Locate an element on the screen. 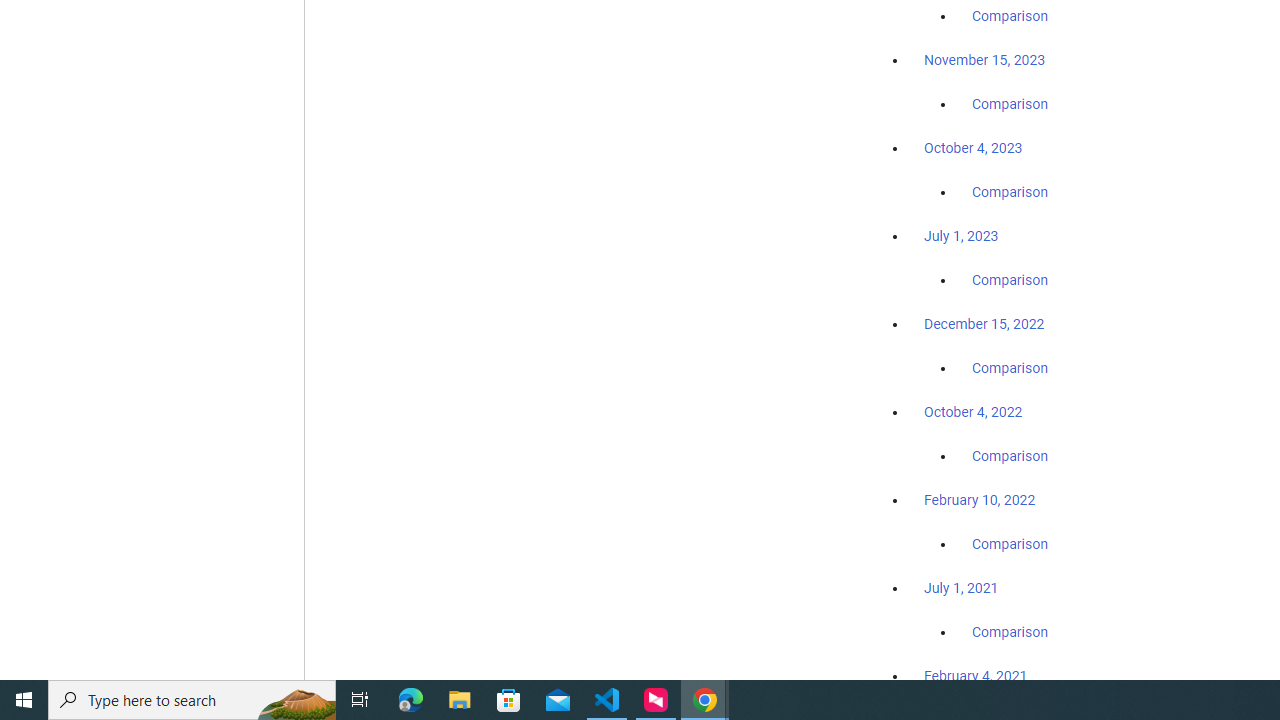  'July 1, 2021' is located at coordinates (961, 586).